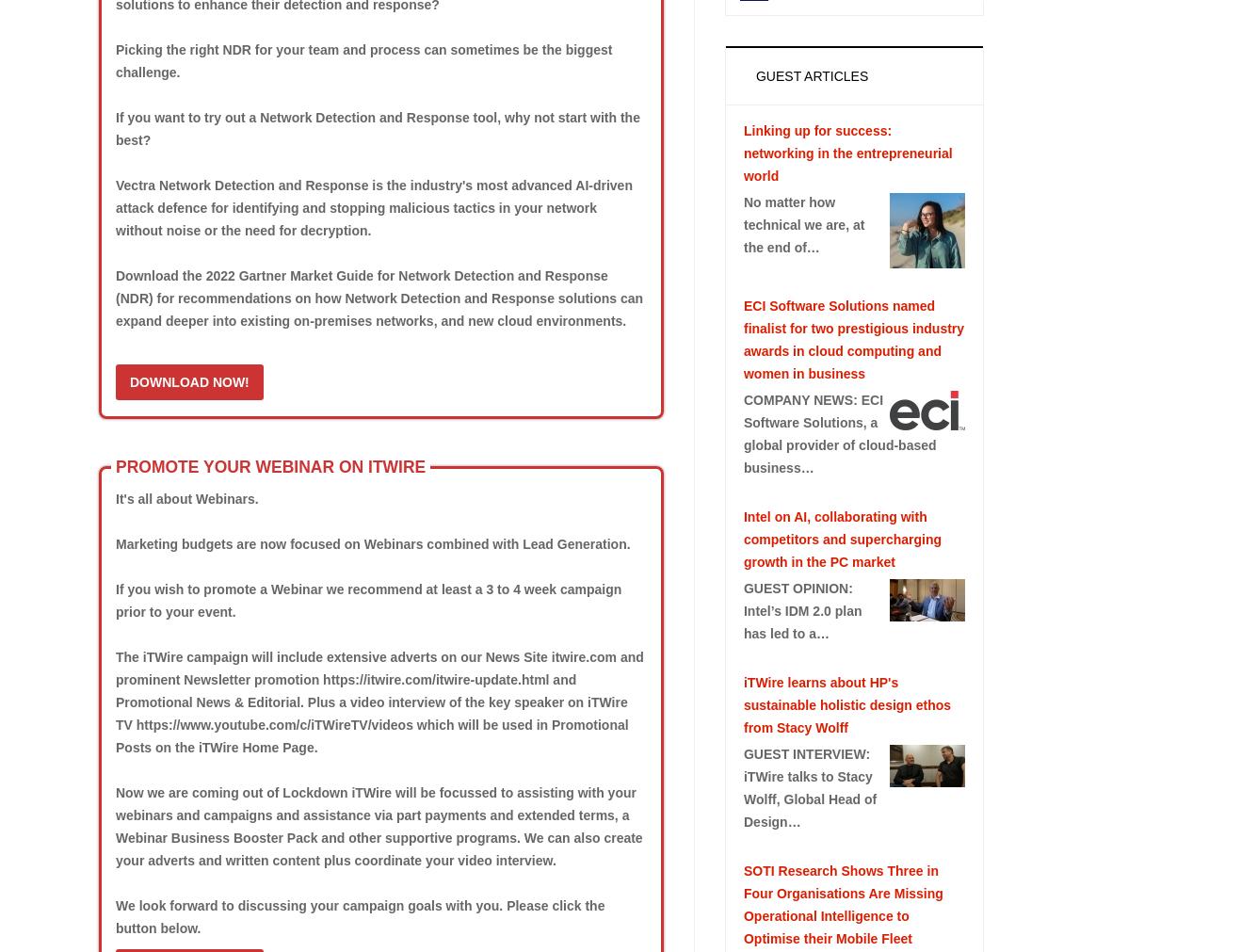 The height and width of the screenshot is (952, 1257). I want to click on 'Now we are coming out of Lockdown iTWire will be focussed to assisting with your webinars and campaigns and assistance via part payments and extended terms, a Webinar Business Booster Pack and other supportive programs. We can also create your adverts and written content plus coordinate your video interview.', so click(378, 826).